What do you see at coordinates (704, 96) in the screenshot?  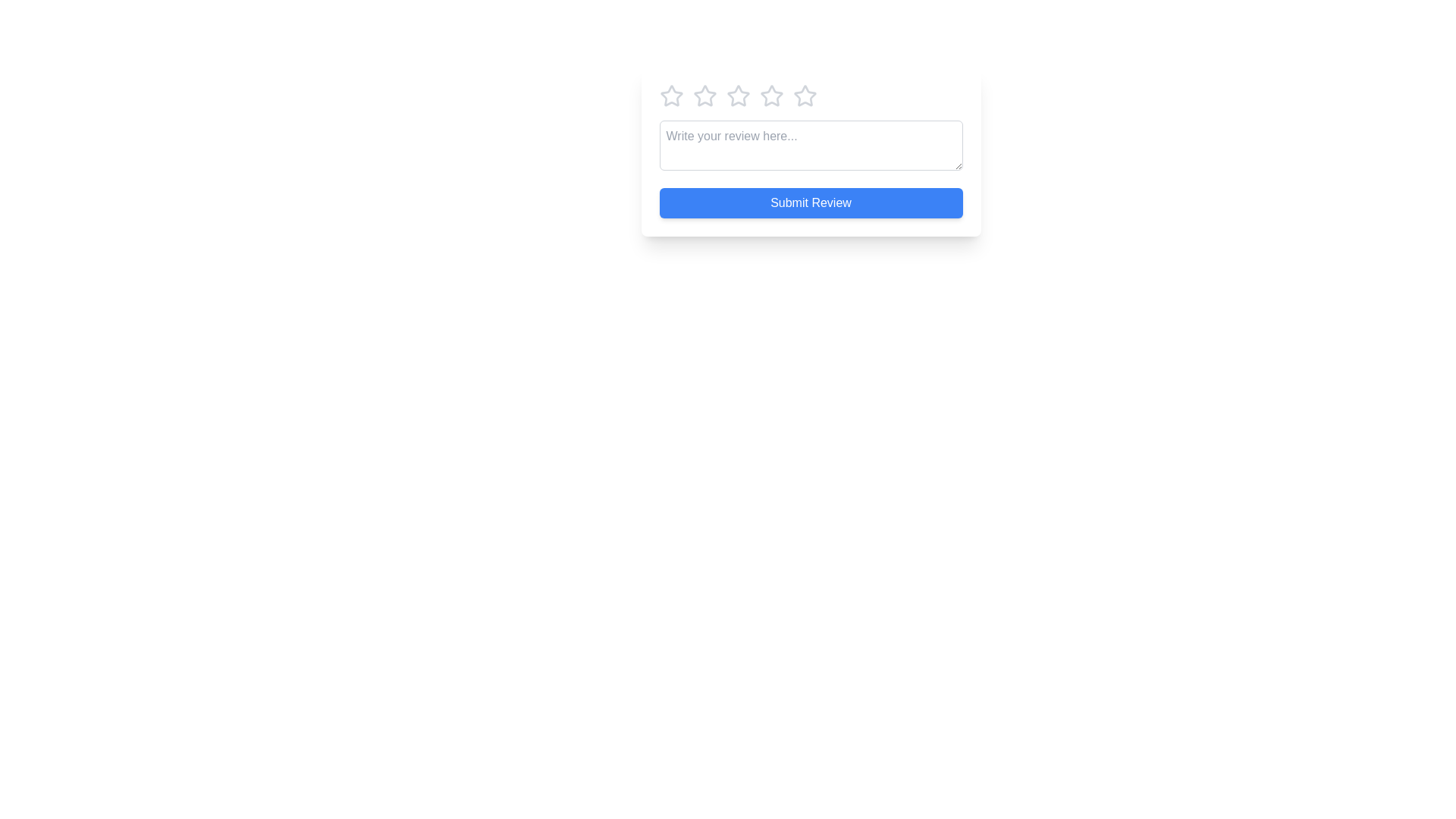 I see `the second star icon in the rating interface` at bounding box center [704, 96].